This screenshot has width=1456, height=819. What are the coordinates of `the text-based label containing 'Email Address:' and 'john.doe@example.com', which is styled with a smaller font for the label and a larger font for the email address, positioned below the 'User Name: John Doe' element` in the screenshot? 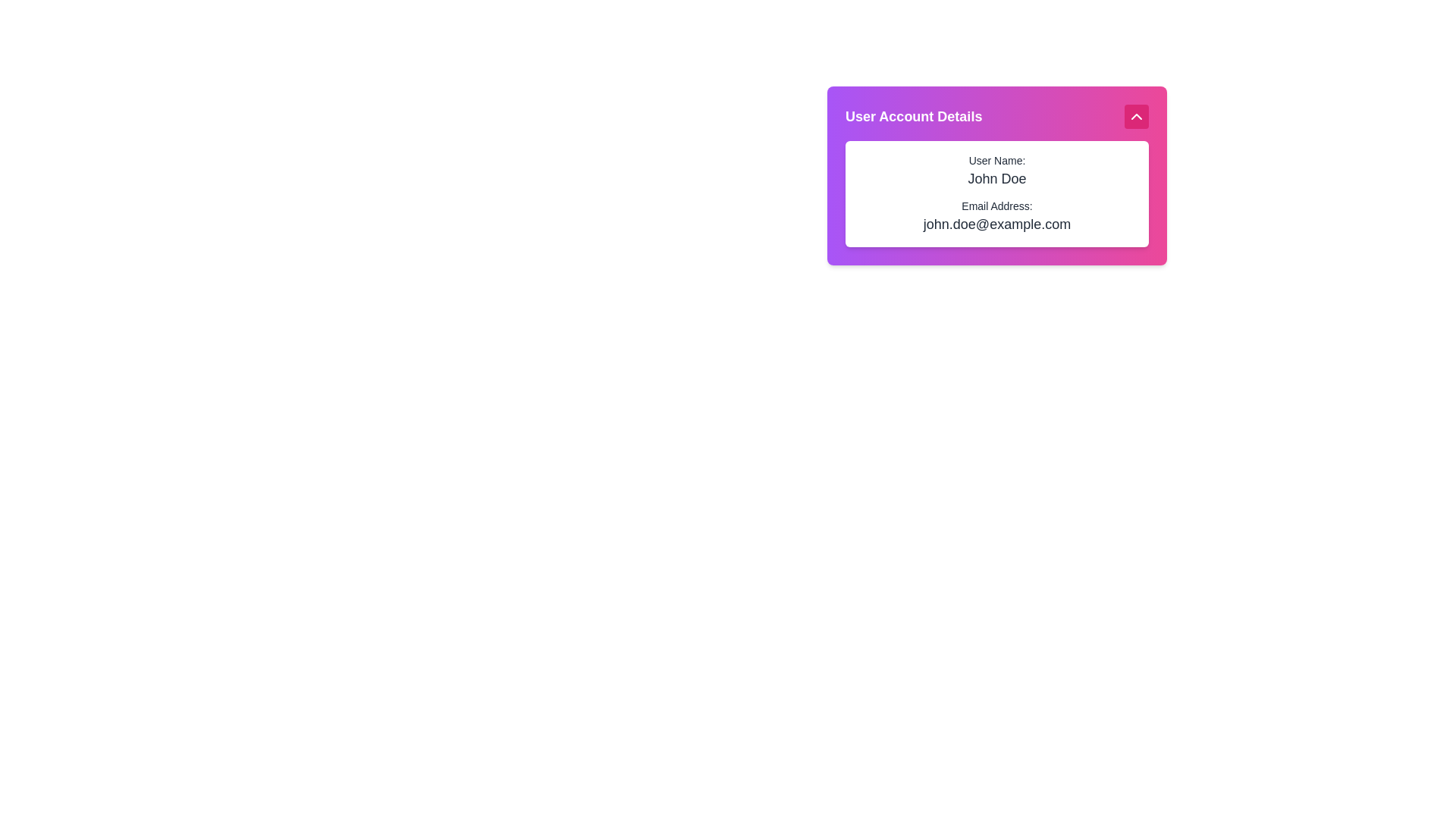 It's located at (997, 216).